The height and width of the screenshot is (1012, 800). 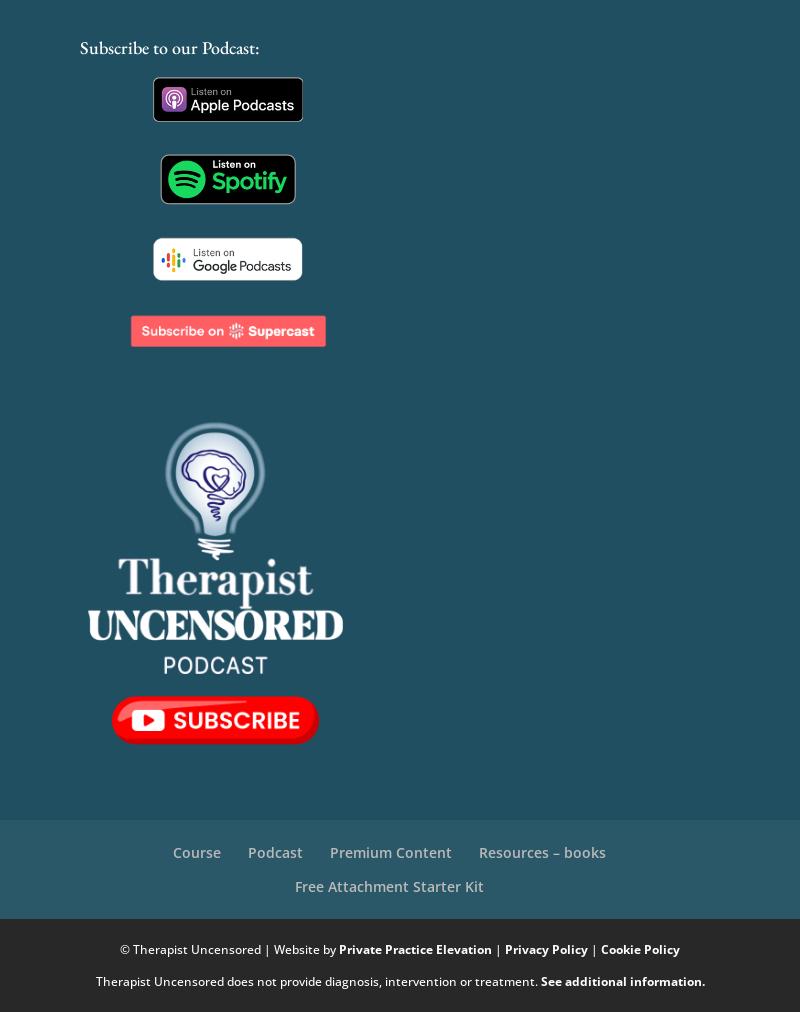 What do you see at coordinates (328, 850) in the screenshot?
I see `'Premium Content'` at bounding box center [328, 850].